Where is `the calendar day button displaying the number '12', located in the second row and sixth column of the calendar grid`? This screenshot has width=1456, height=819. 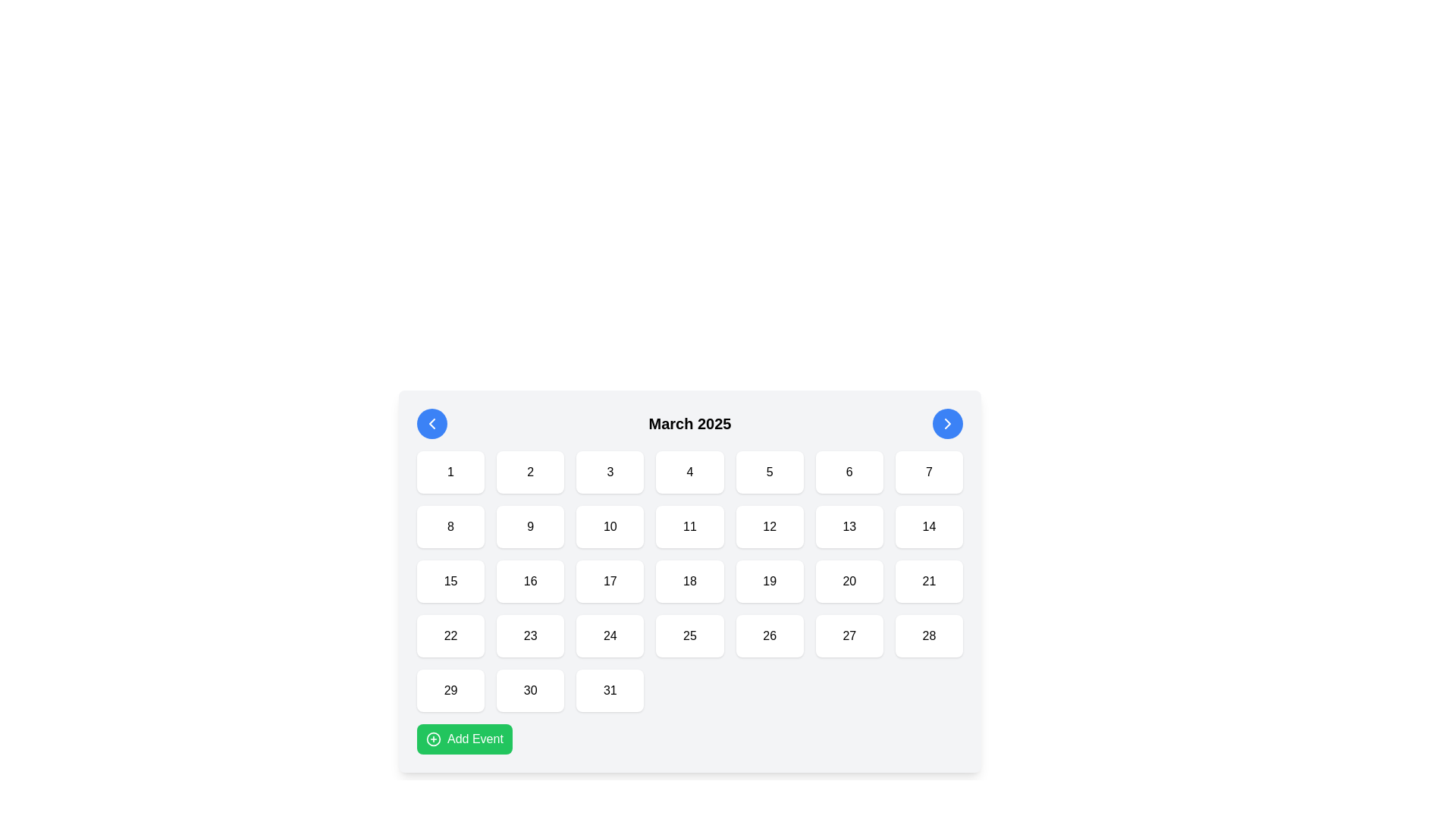
the calendar day button displaying the number '12', located in the second row and sixth column of the calendar grid is located at coordinates (770, 526).